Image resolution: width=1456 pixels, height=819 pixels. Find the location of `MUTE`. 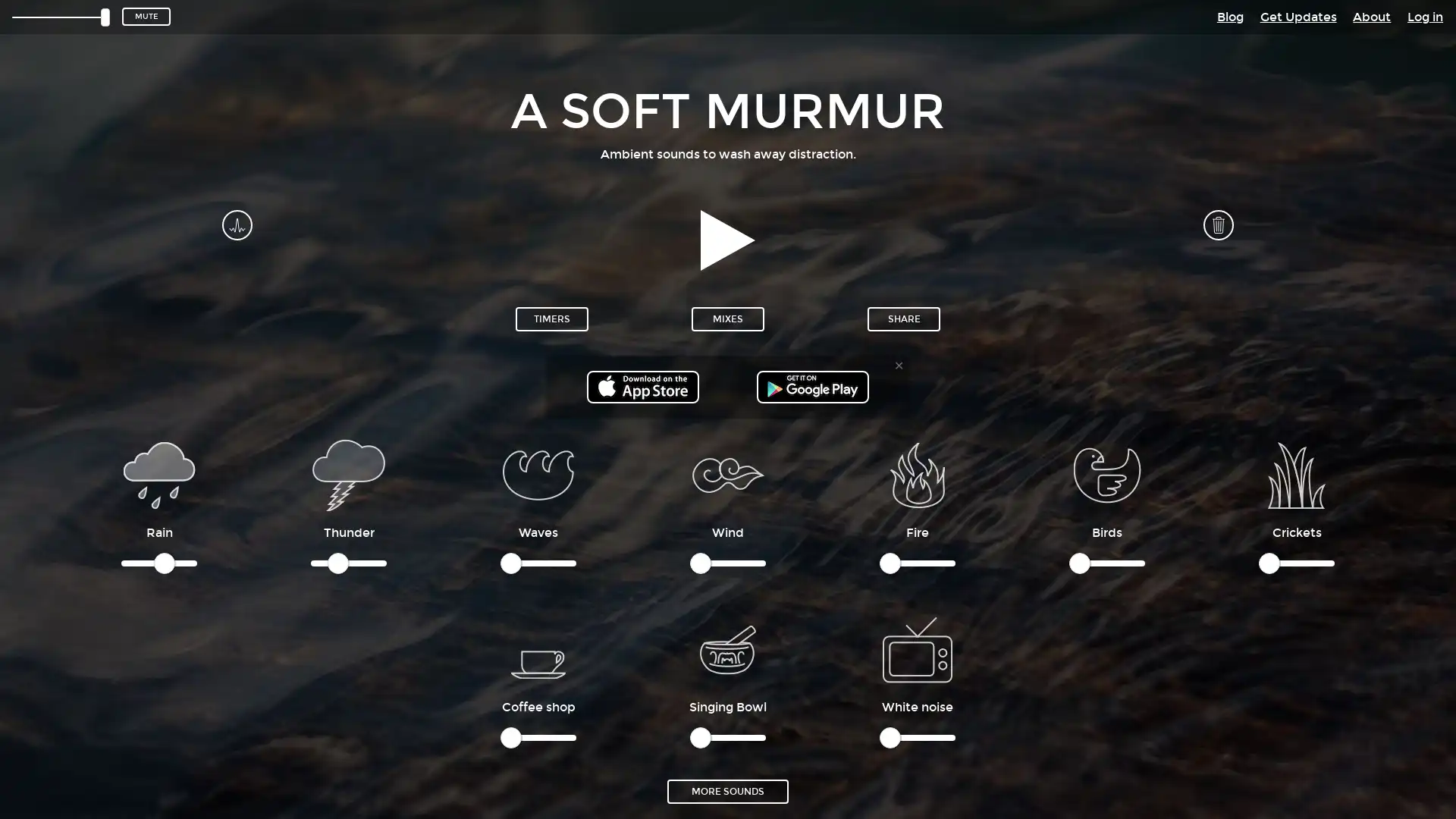

MUTE is located at coordinates (146, 17).